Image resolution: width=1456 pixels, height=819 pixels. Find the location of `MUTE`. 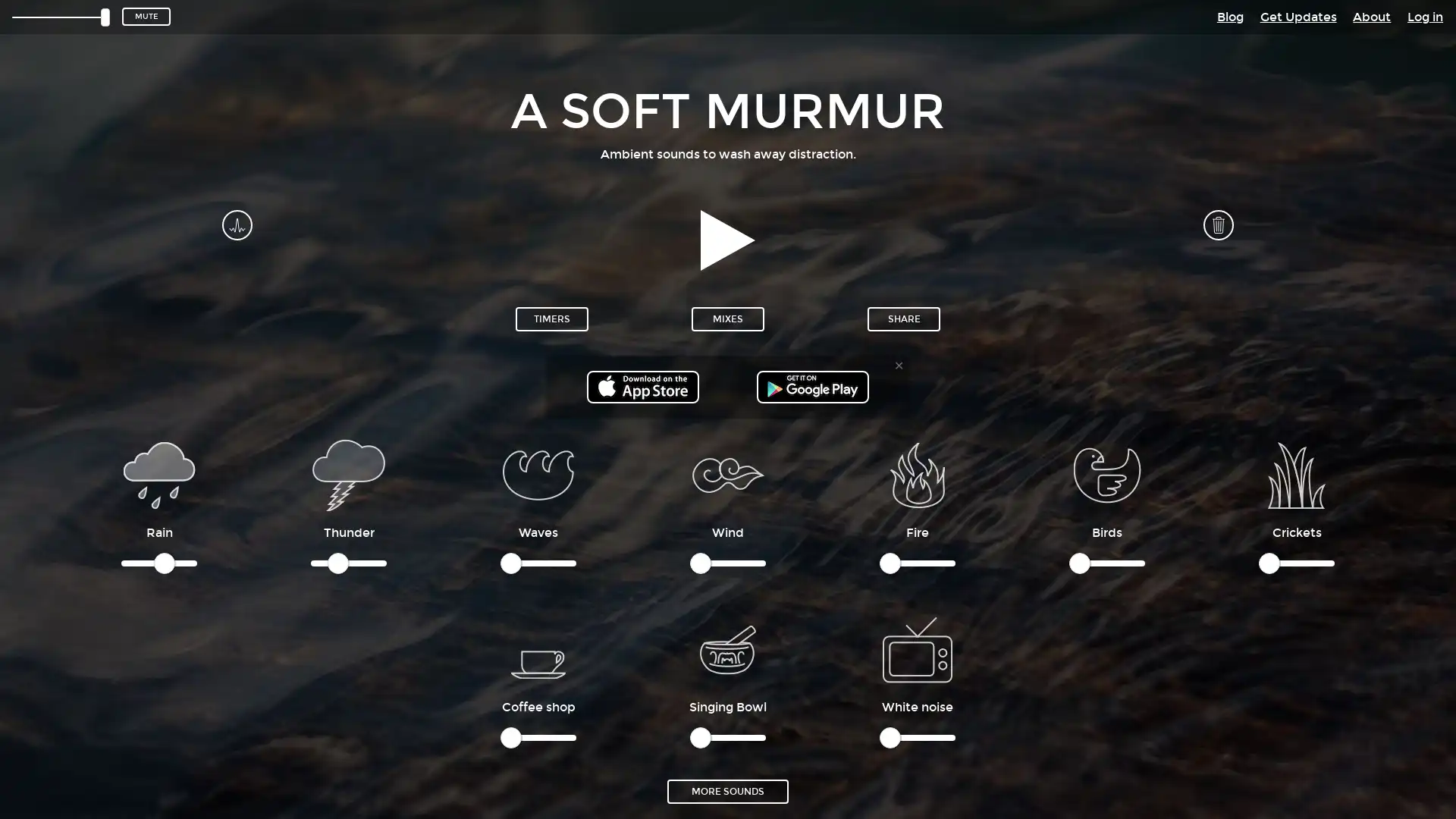

MUTE is located at coordinates (146, 17).